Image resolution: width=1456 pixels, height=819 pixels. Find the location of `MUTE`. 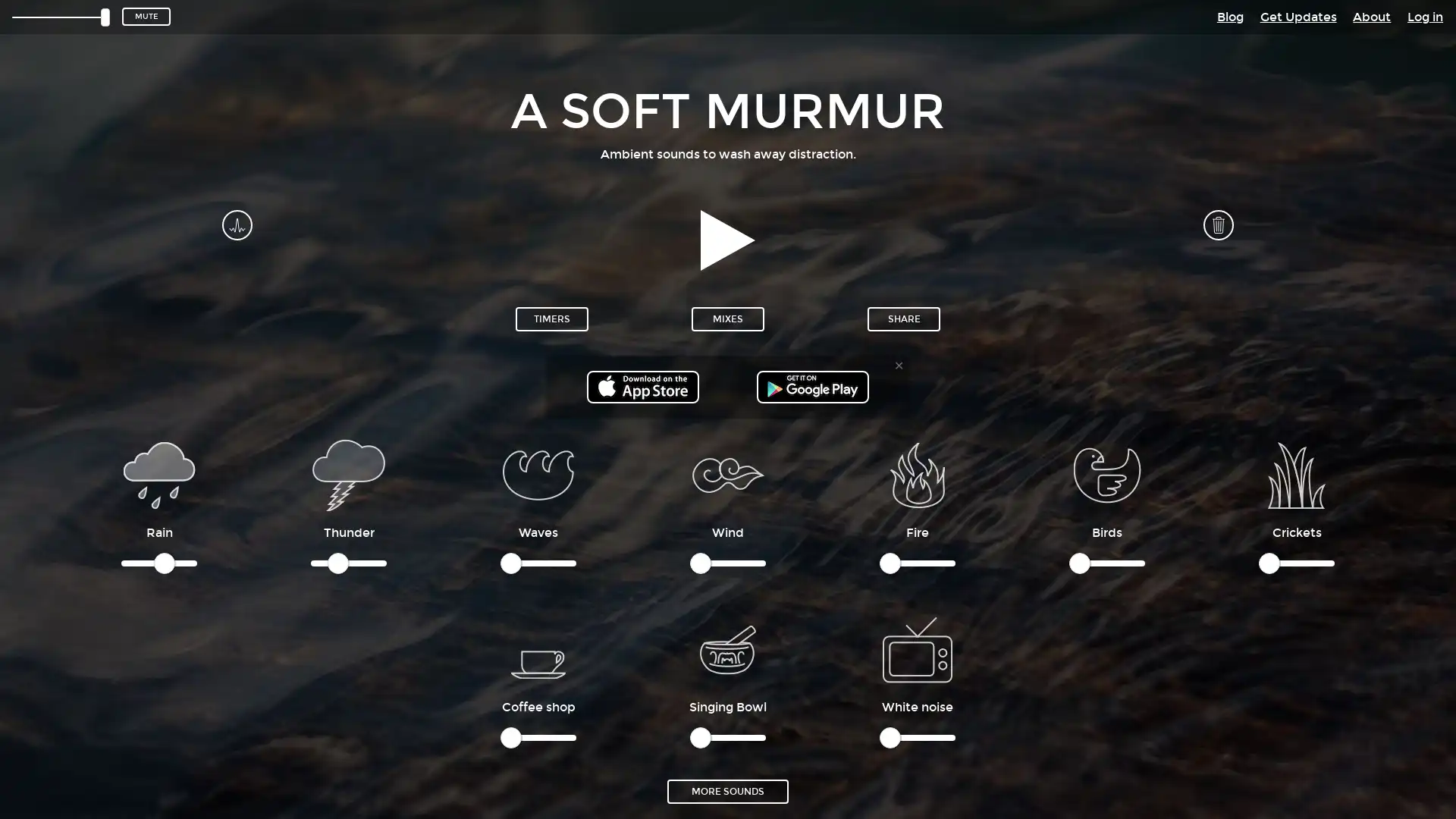

MUTE is located at coordinates (146, 17).